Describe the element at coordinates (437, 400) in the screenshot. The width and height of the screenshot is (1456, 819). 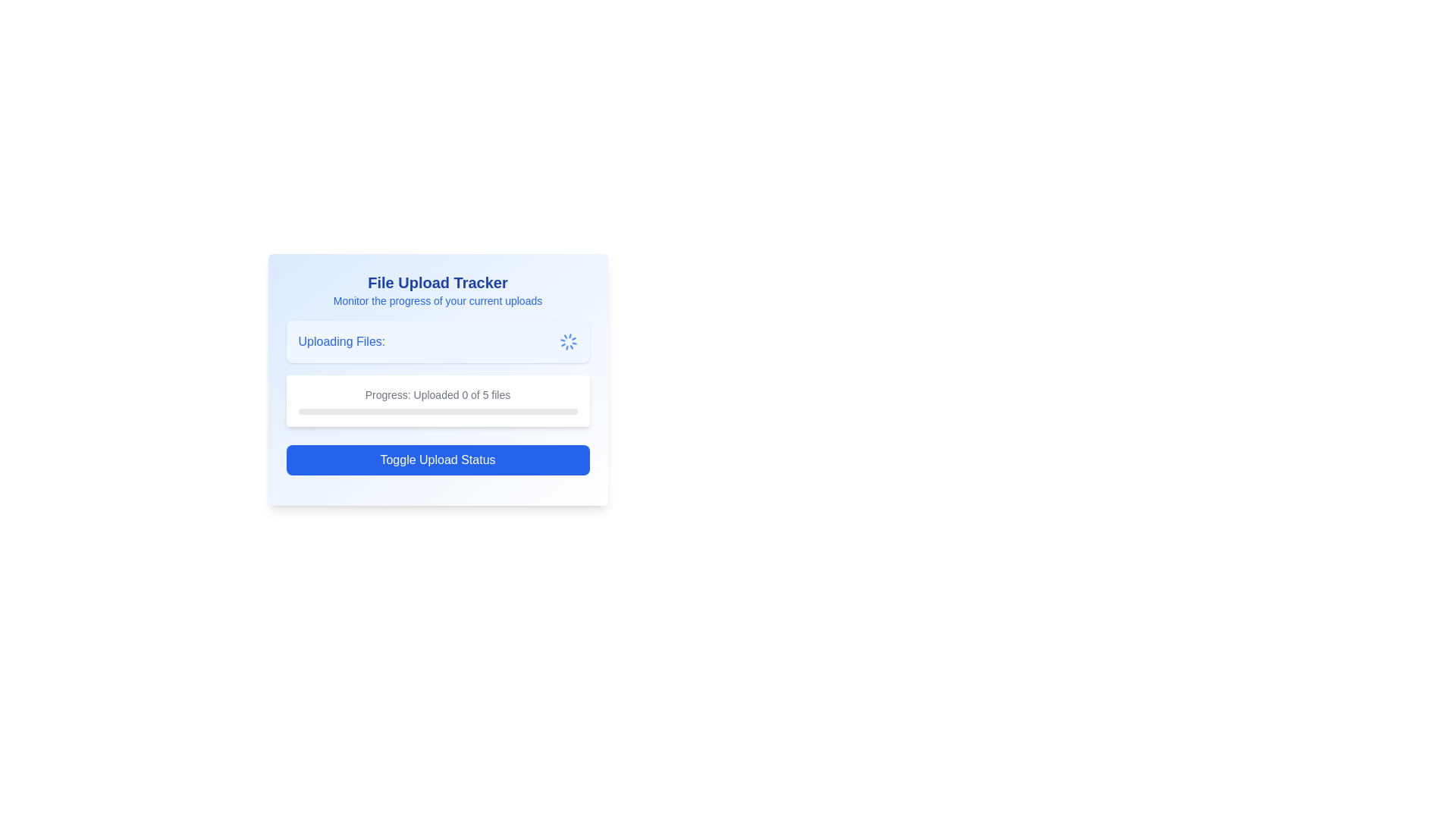
I see `the progress bar of the Progress Indicator with the text 'Progress: Uploaded 0 of 5 files'` at that location.